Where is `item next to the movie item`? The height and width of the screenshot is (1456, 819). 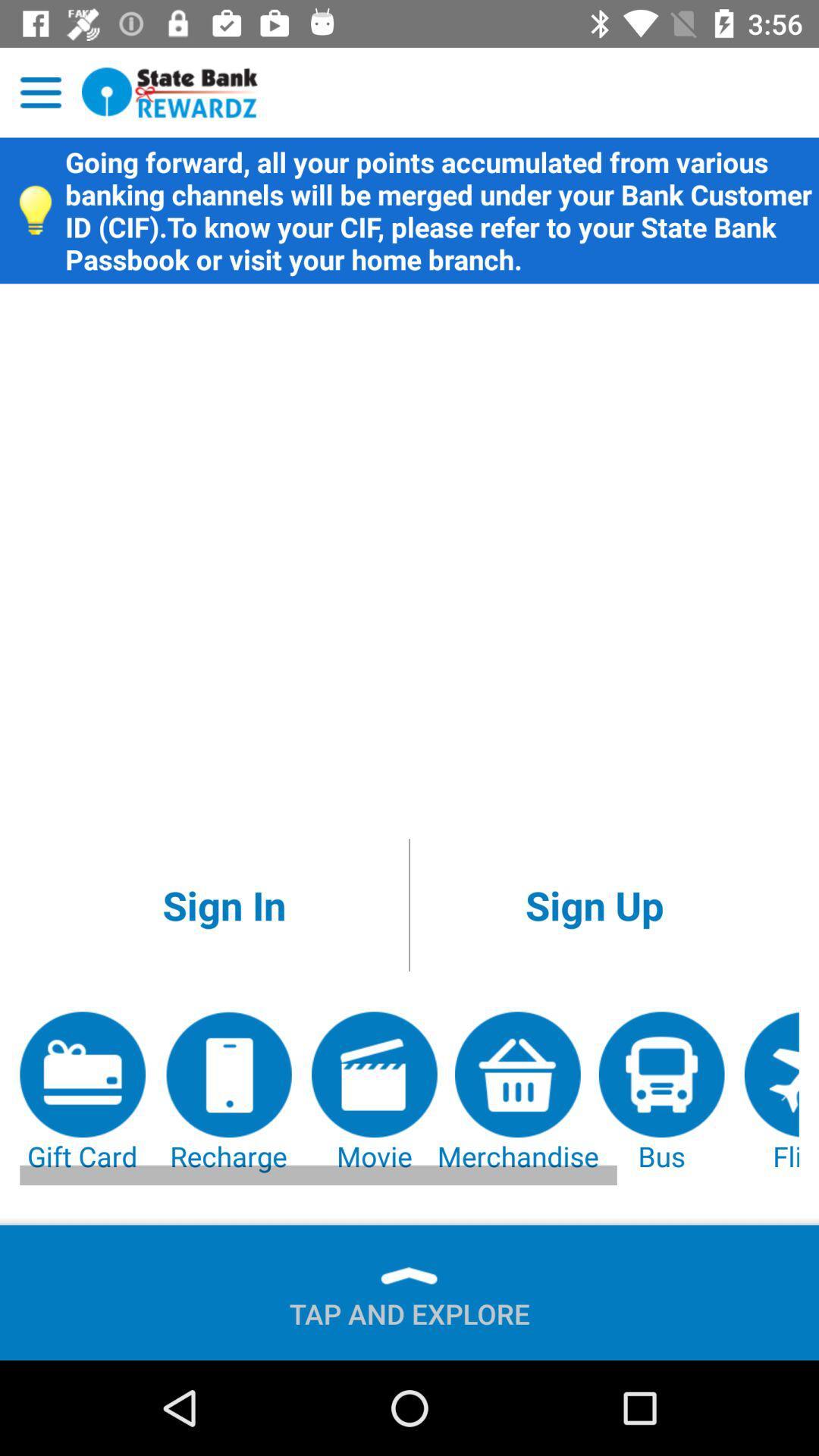 item next to the movie item is located at coordinates (228, 1093).